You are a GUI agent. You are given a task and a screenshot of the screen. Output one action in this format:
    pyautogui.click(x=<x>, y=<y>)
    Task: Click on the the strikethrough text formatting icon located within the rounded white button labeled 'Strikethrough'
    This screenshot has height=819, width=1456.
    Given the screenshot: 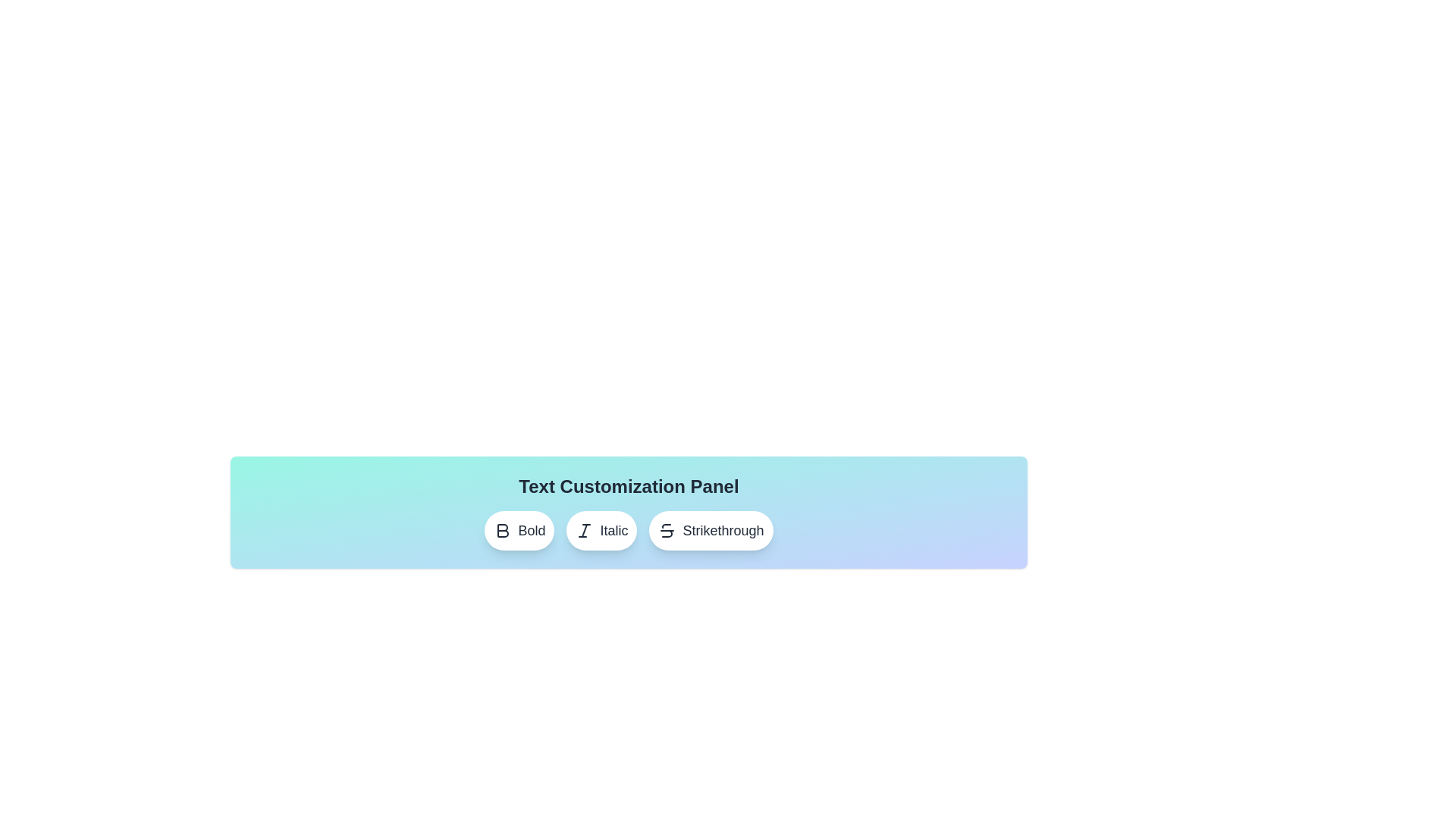 What is the action you would take?
    pyautogui.click(x=667, y=529)
    